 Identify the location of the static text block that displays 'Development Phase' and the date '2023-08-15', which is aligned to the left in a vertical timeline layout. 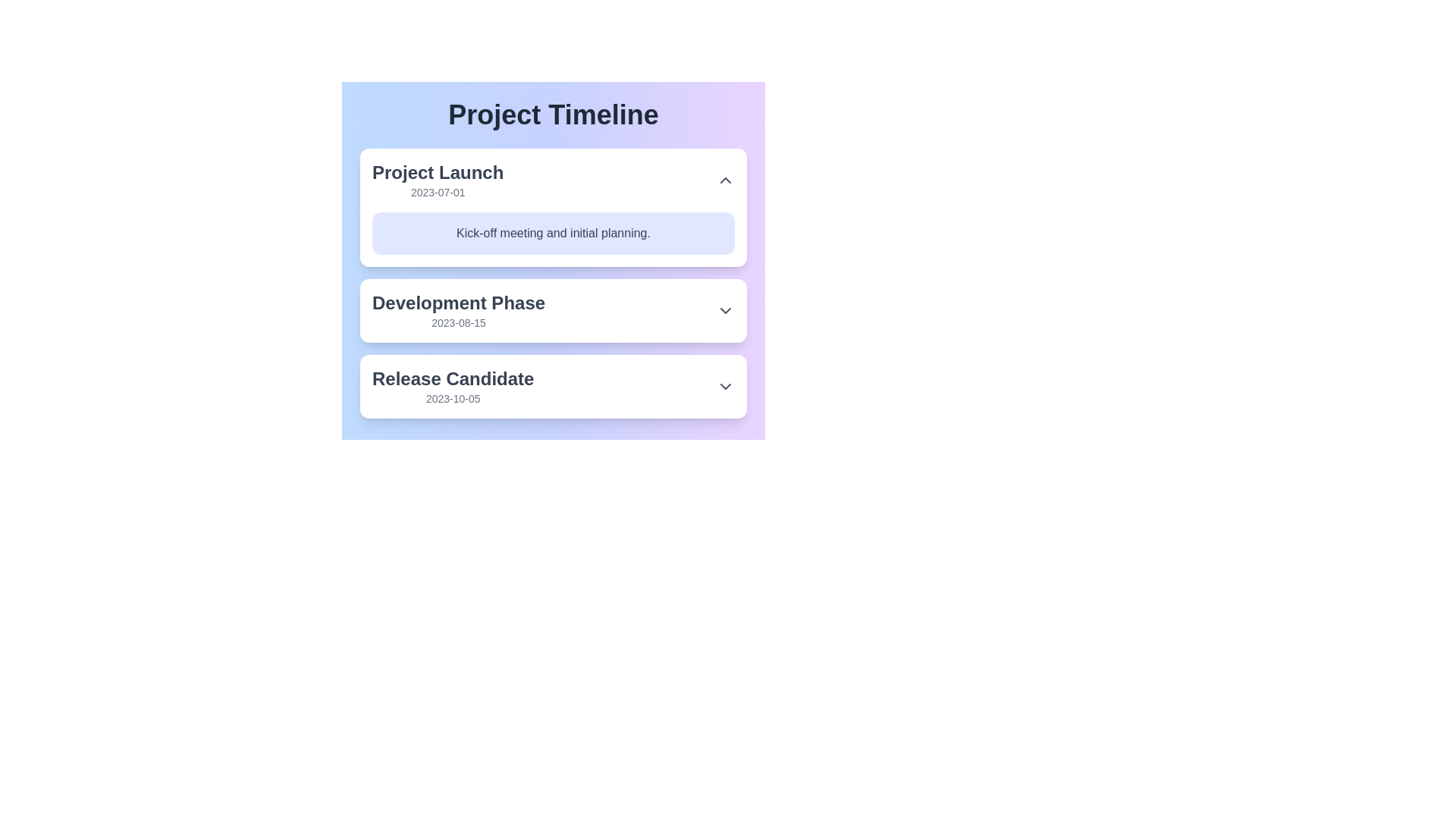
(457, 309).